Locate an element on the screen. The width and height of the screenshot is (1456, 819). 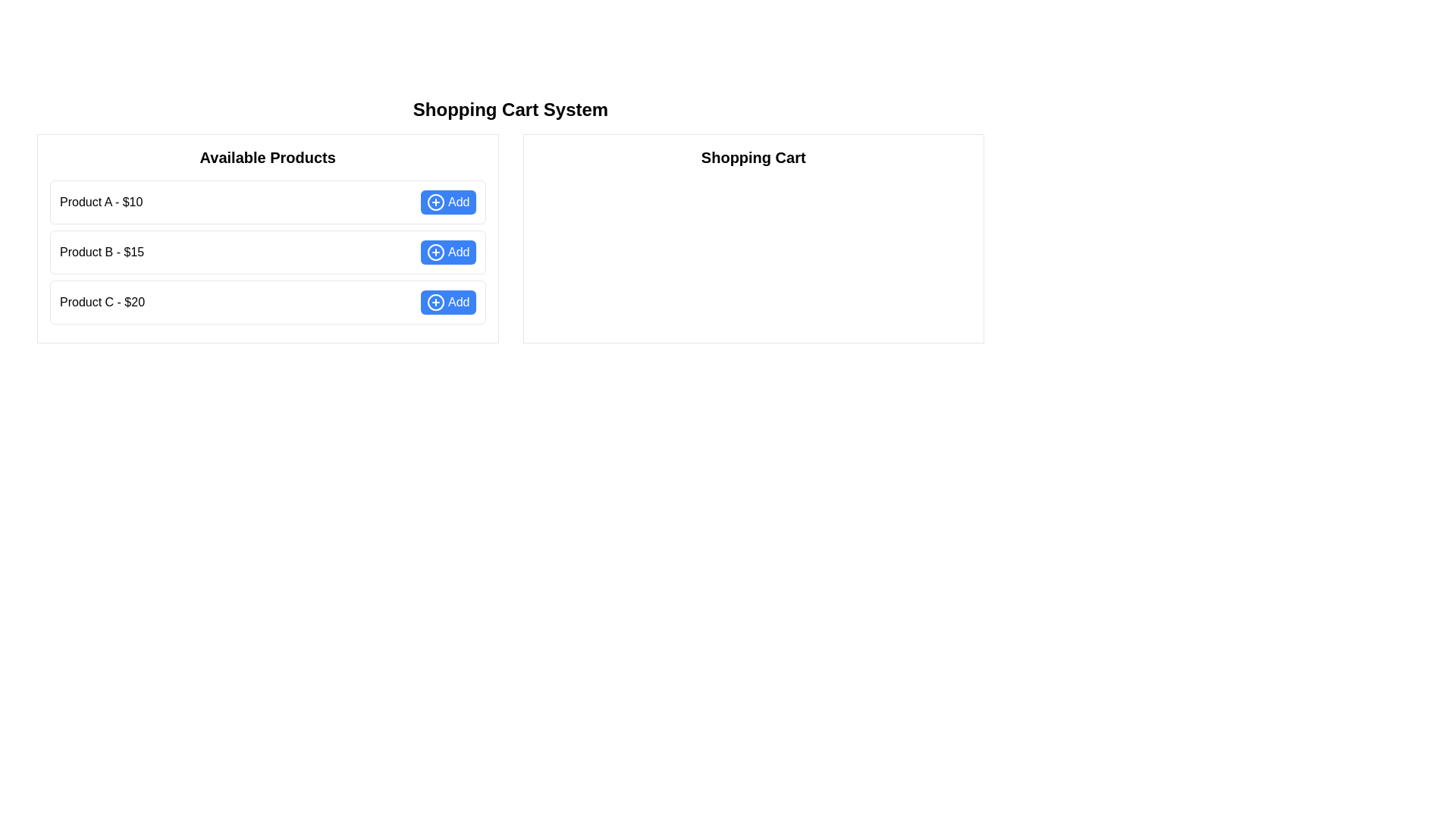
the interactive 'plus' button icon with a blue background and white '+' symbol located next to the third product listing ('Product C - $20') is located at coordinates (435, 302).